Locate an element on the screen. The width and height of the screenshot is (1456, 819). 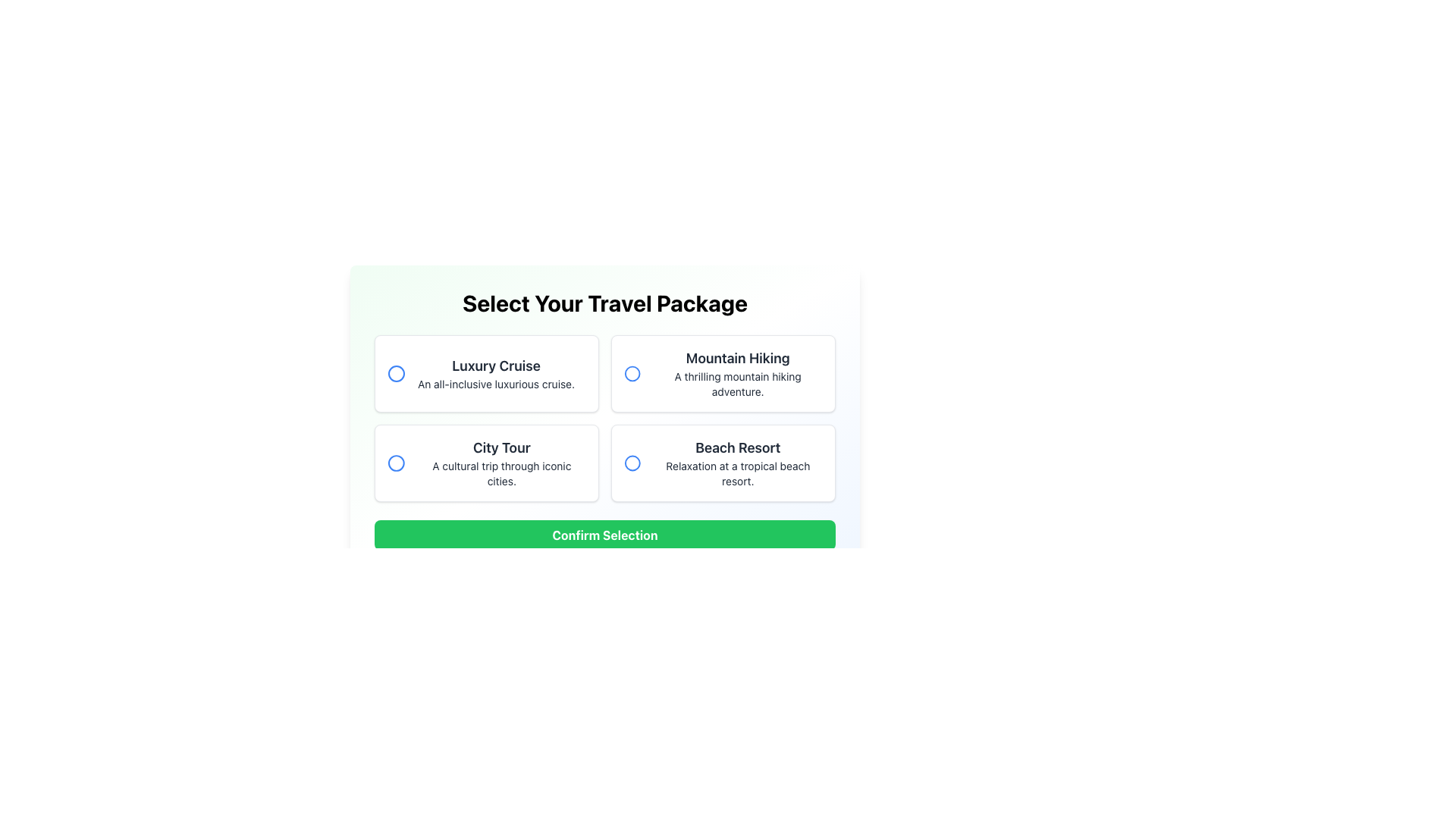
the blue circular radio button located at the top-left of the 'Beach Resort' card is located at coordinates (632, 462).